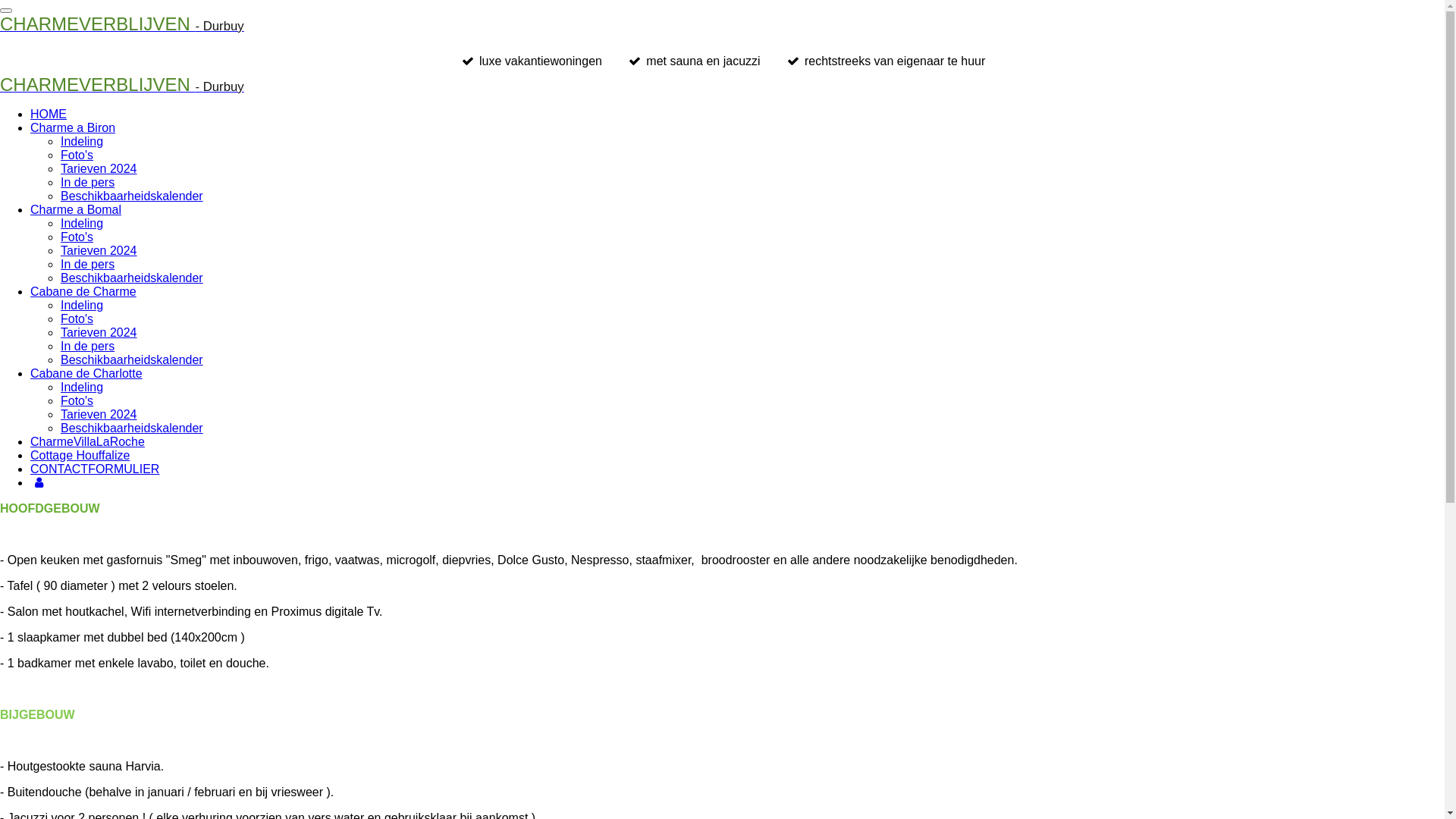 This screenshot has height=819, width=1456. What do you see at coordinates (83, 291) in the screenshot?
I see `'Cabane de Charme'` at bounding box center [83, 291].